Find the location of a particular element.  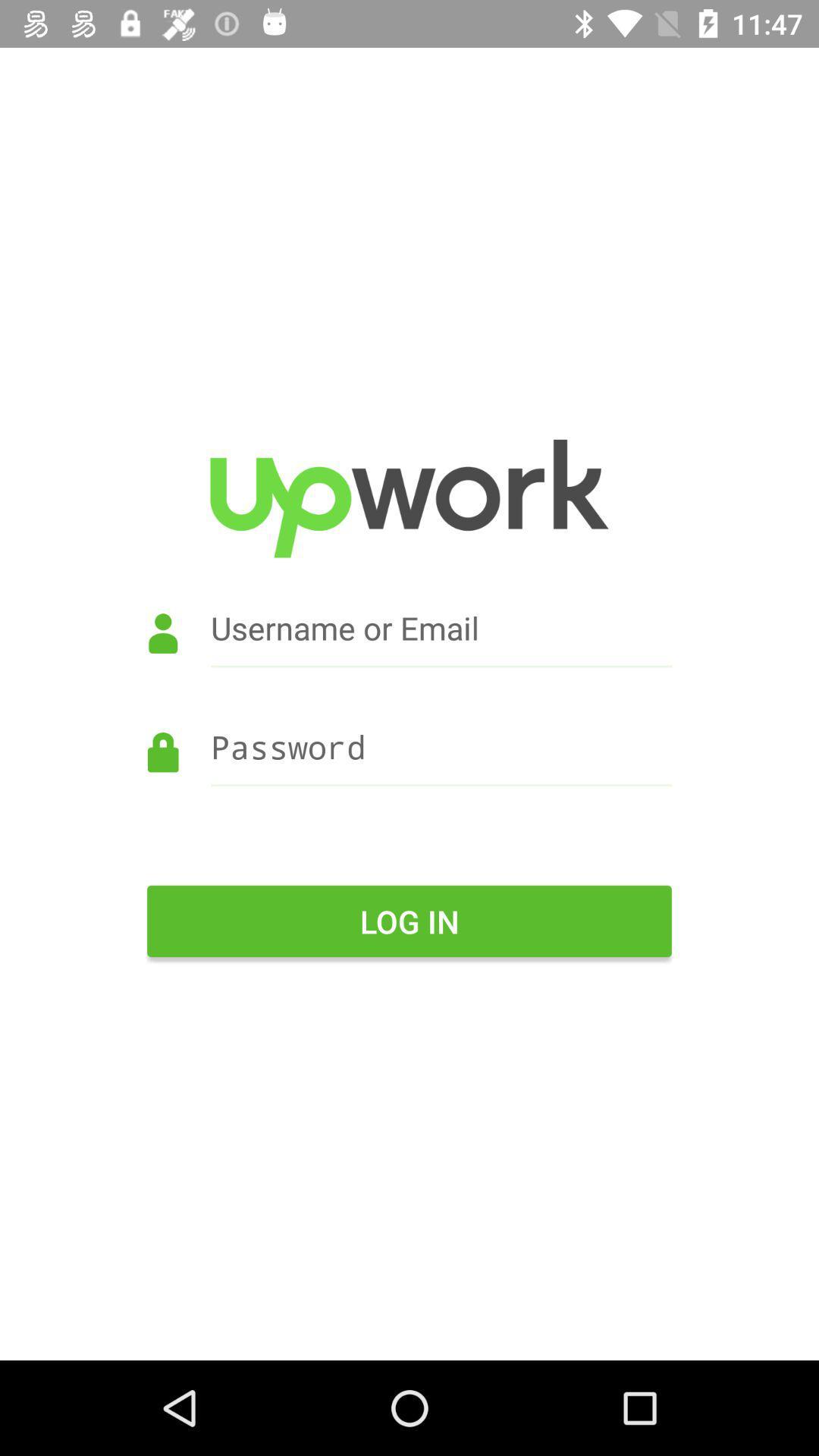

password is located at coordinates (409, 768).